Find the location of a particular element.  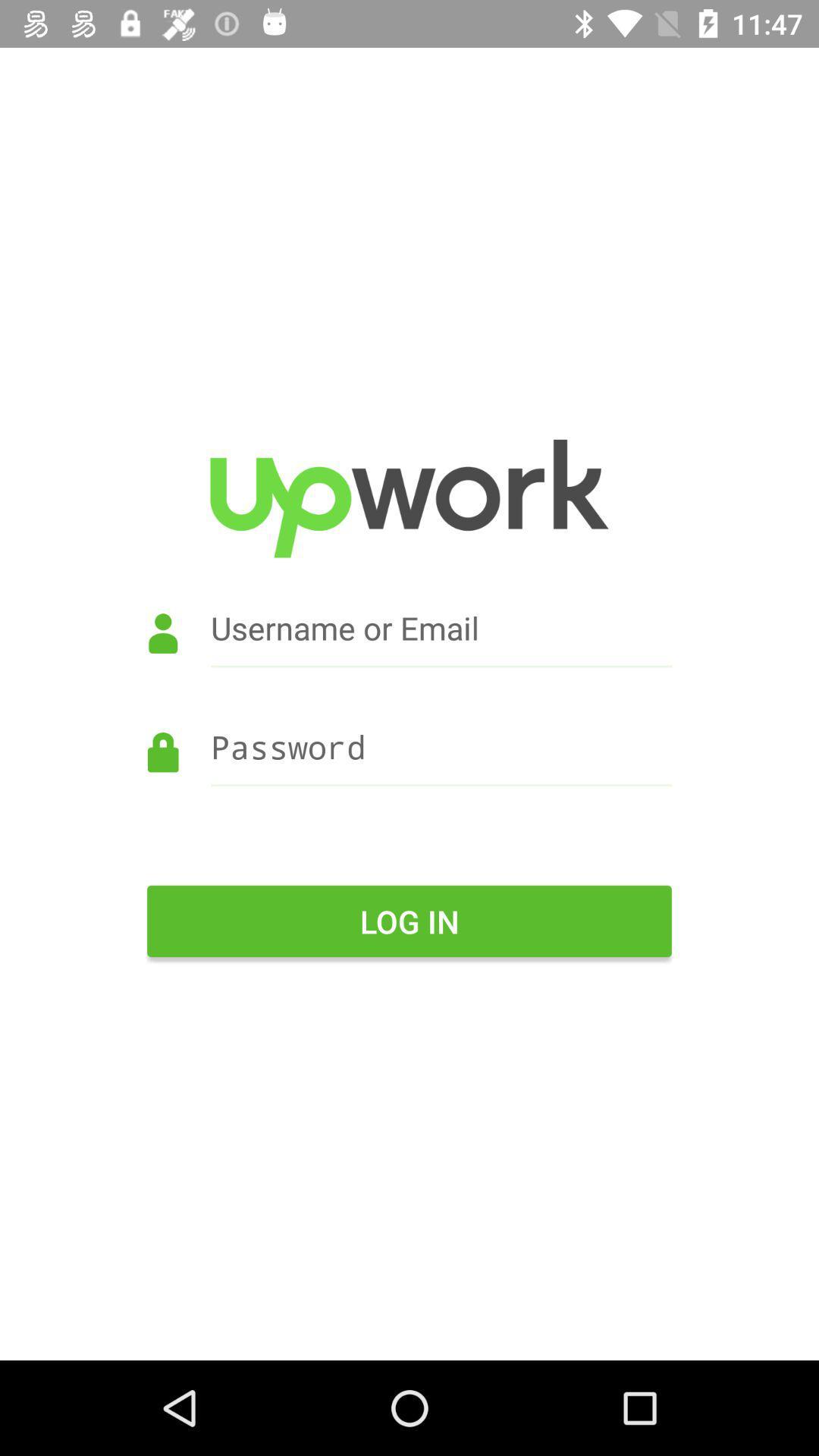

password is located at coordinates (409, 768).